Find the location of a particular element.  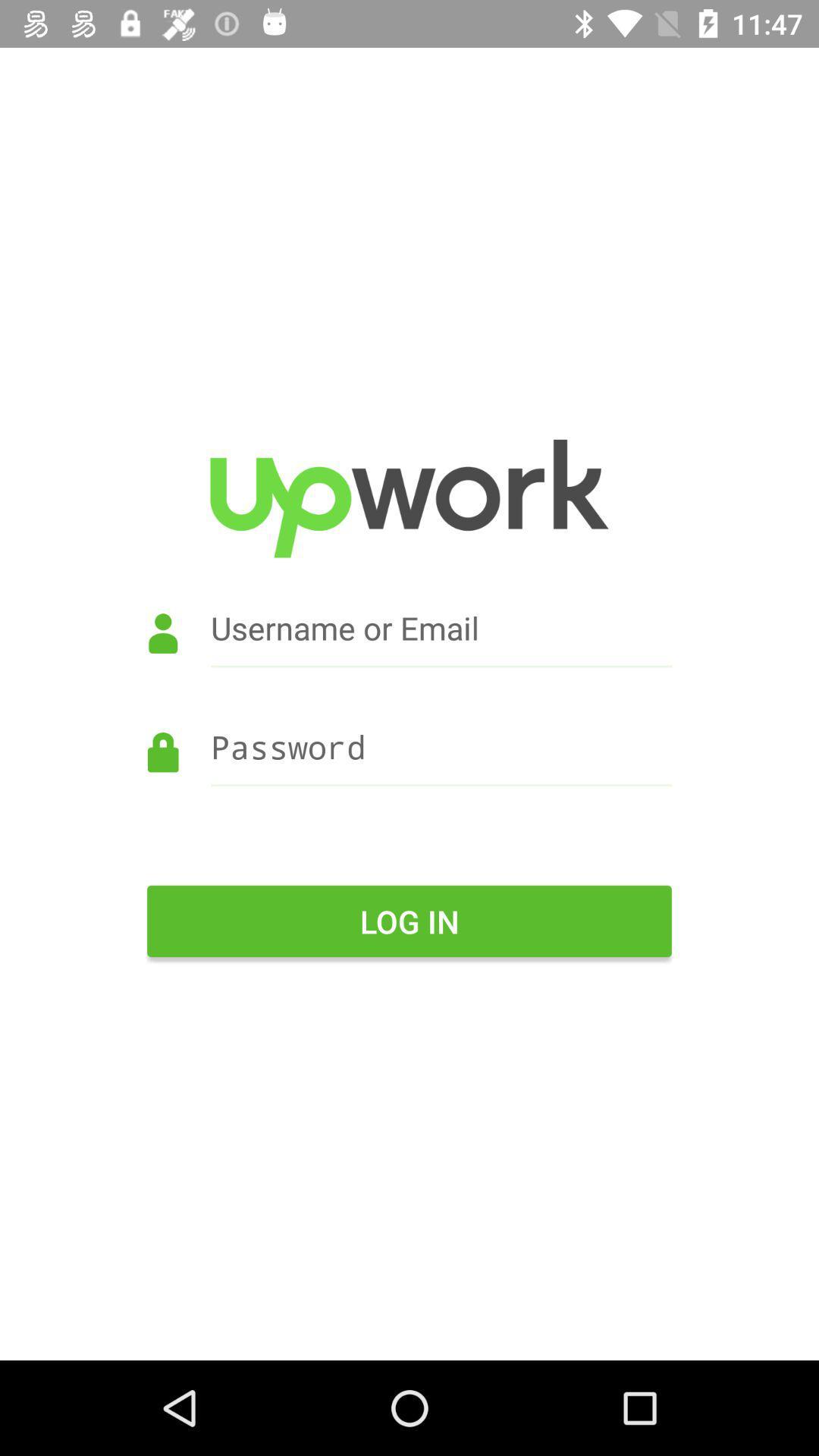

password is located at coordinates (409, 768).